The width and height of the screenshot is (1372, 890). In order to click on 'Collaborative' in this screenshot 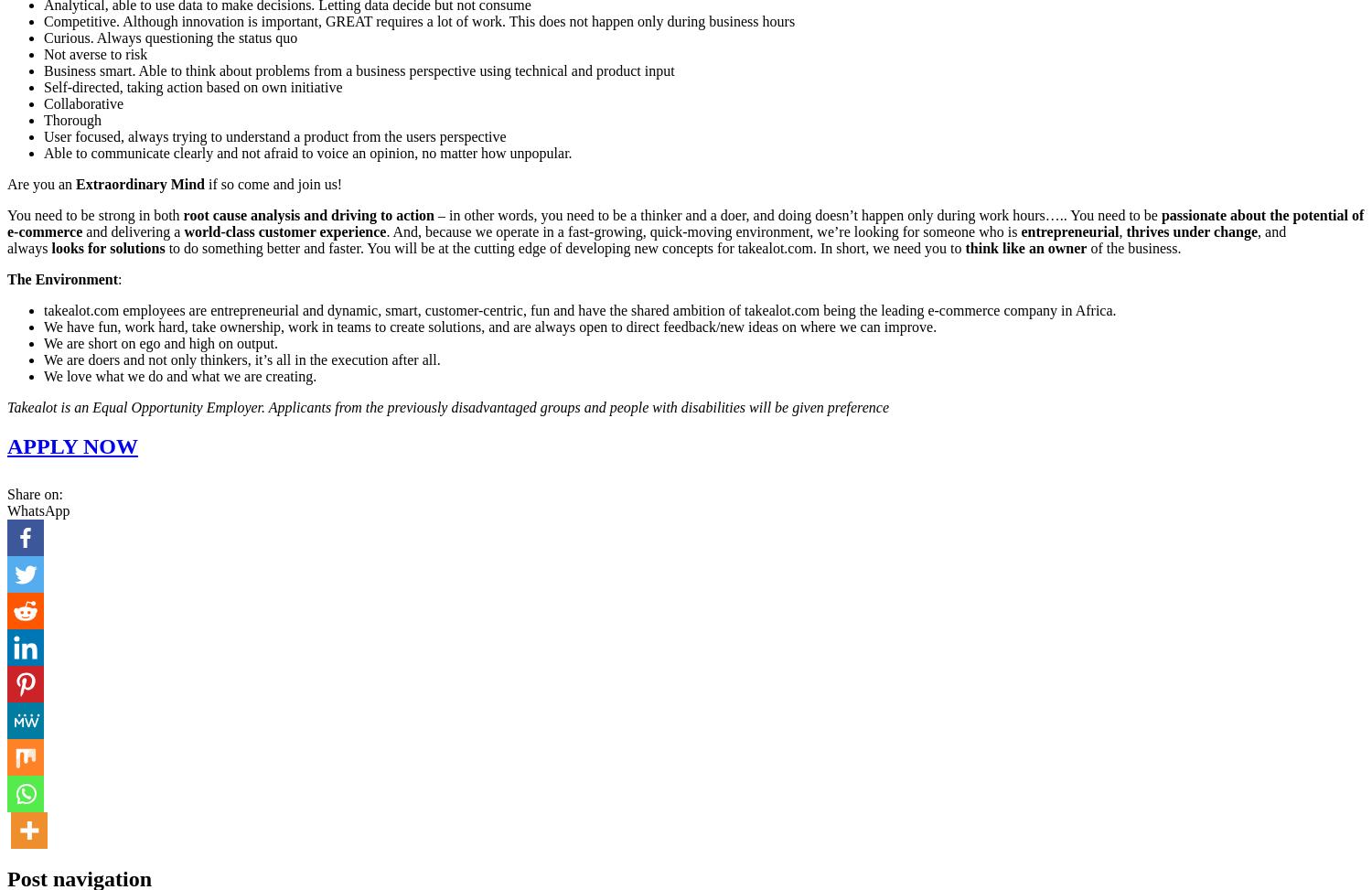, I will do `click(82, 102)`.